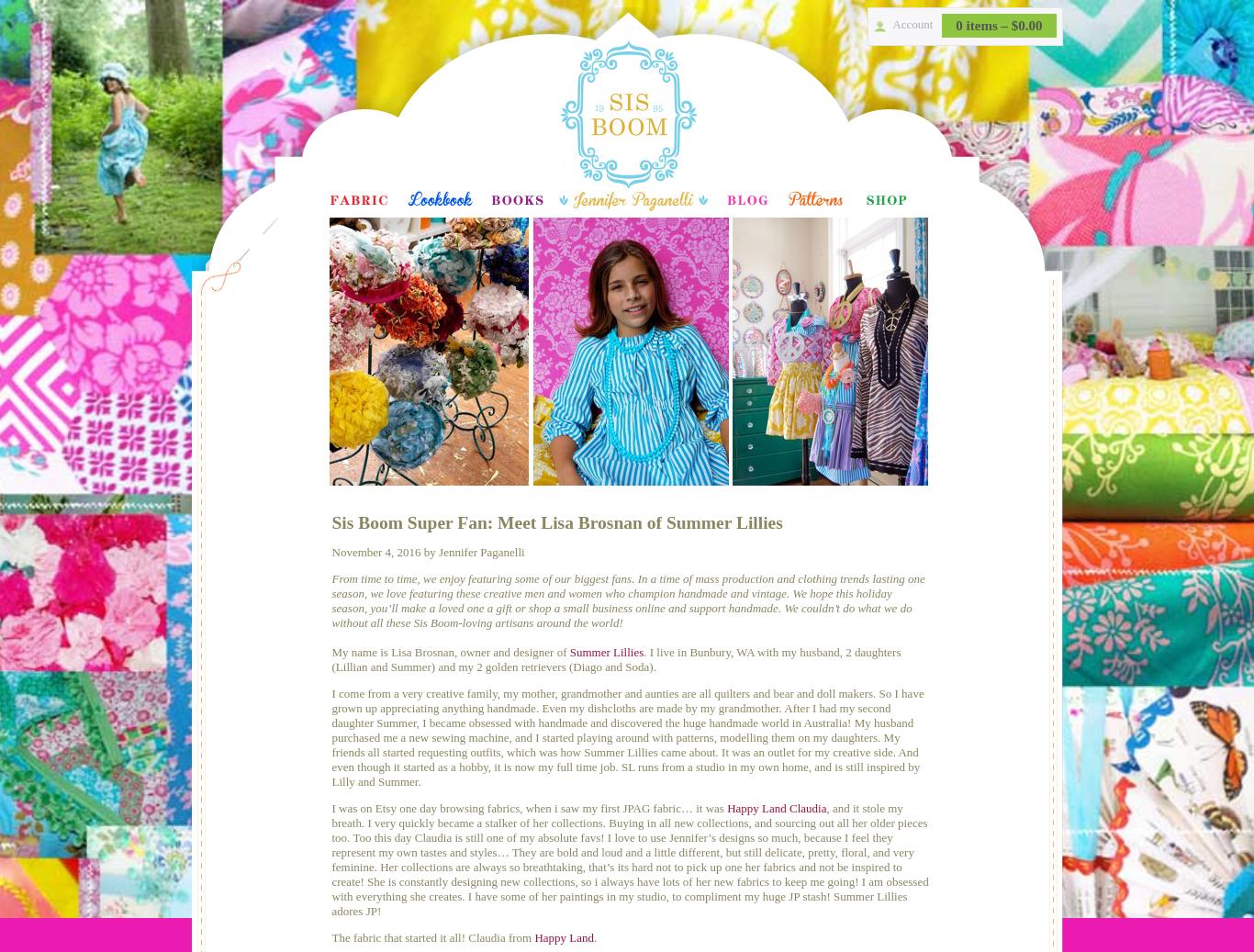 Image resolution: width=1254 pixels, height=952 pixels. Describe the element at coordinates (605, 652) in the screenshot. I see `'Summer Lillies'` at that location.